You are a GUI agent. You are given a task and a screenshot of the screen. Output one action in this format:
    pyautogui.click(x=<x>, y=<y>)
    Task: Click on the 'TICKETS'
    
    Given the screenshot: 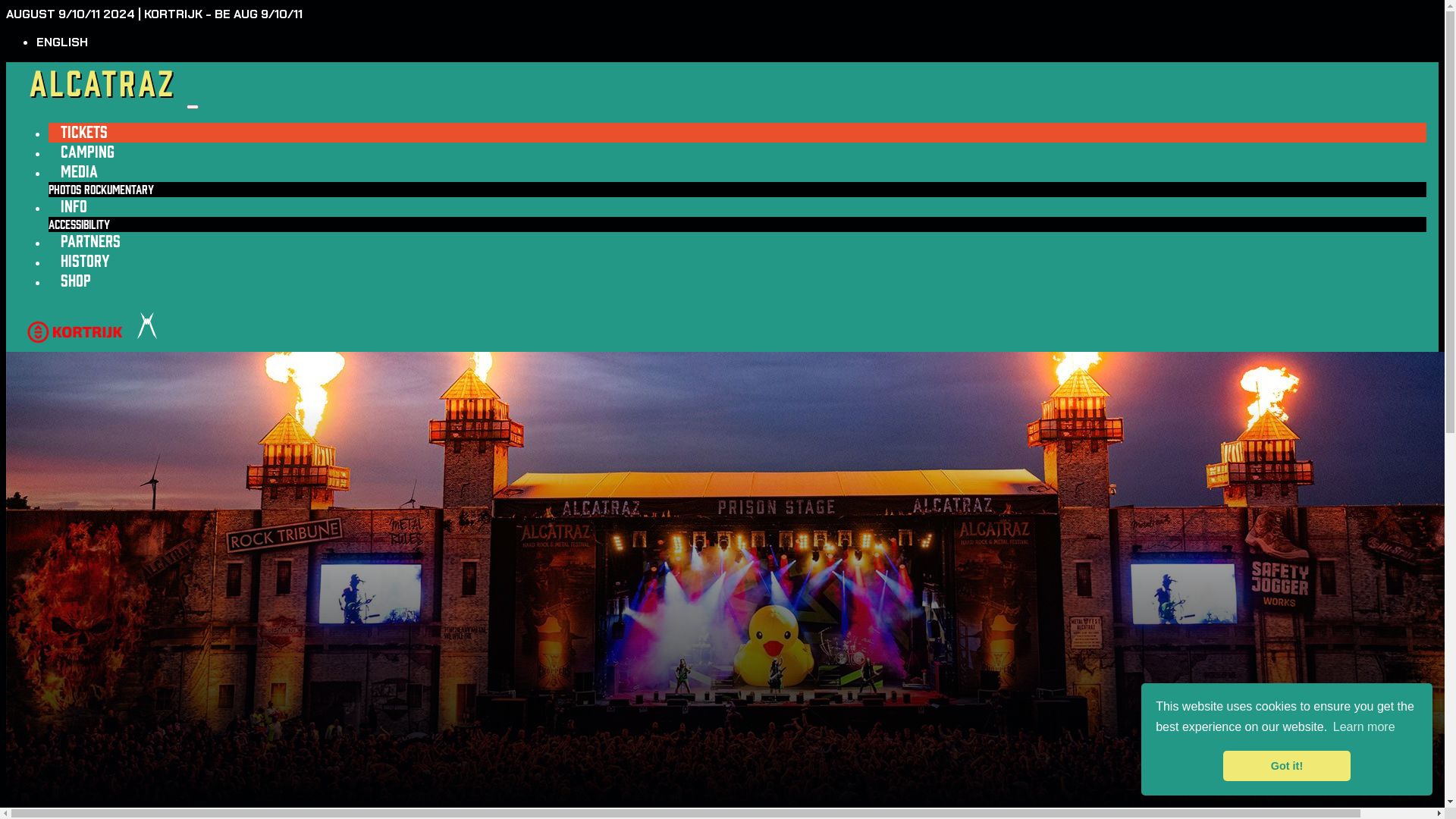 What is the action you would take?
    pyautogui.click(x=83, y=131)
    